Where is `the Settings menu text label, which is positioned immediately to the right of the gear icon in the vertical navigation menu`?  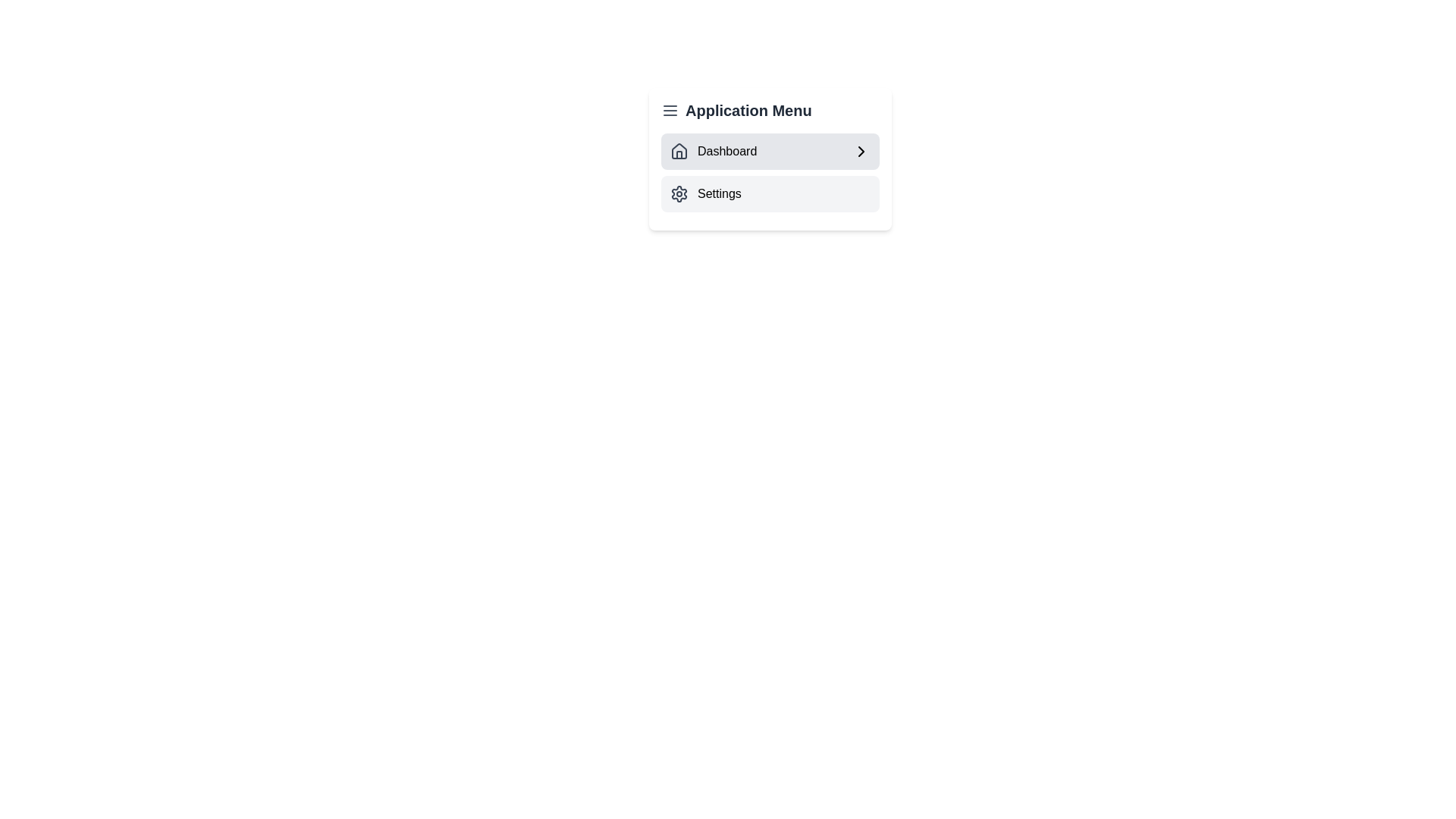
the Settings menu text label, which is positioned immediately to the right of the gear icon in the vertical navigation menu is located at coordinates (718, 193).